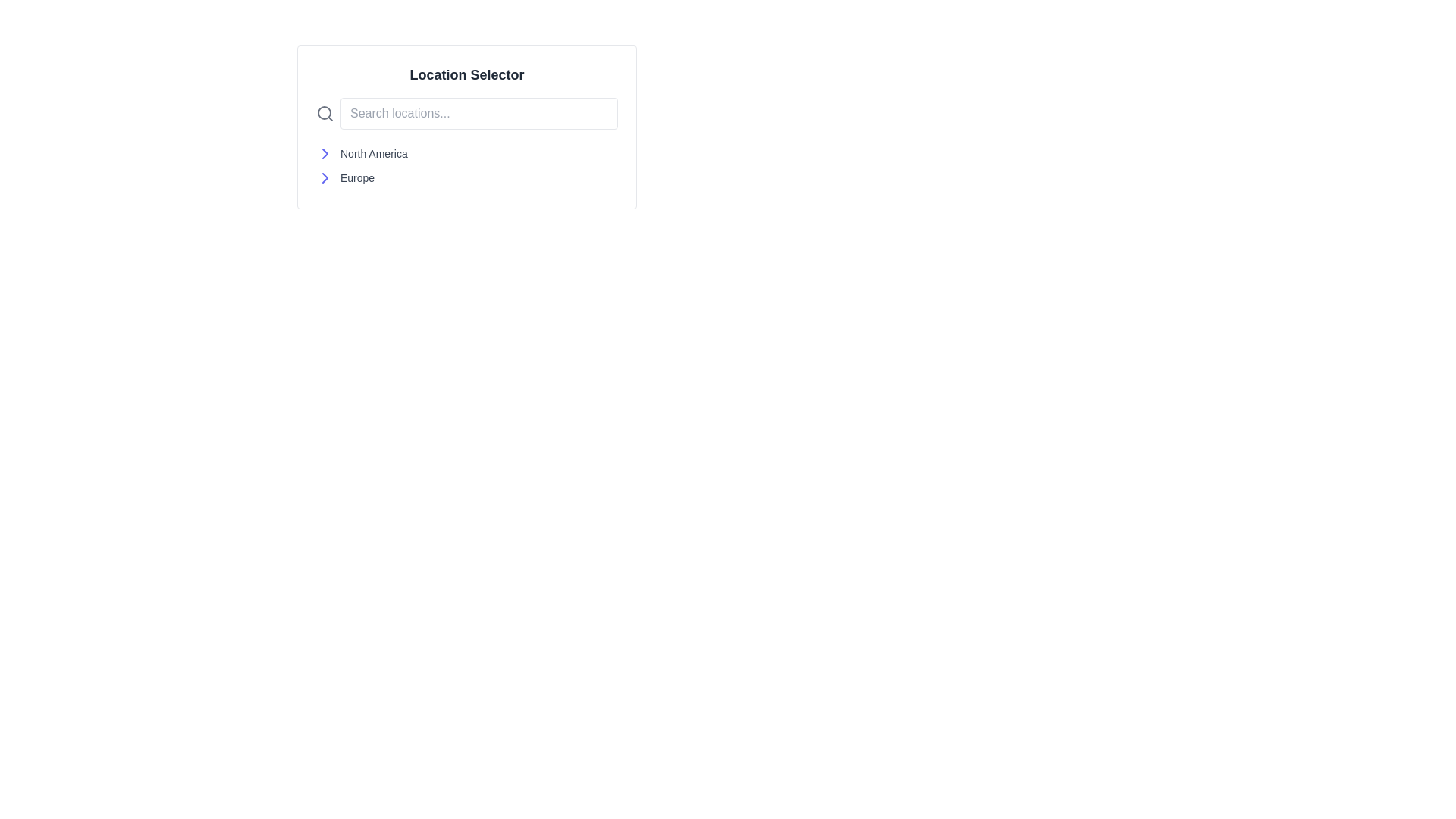 The width and height of the screenshot is (1456, 819). What do you see at coordinates (356, 177) in the screenshot?
I see `the text label displaying 'Europe'` at bounding box center [356, 177].